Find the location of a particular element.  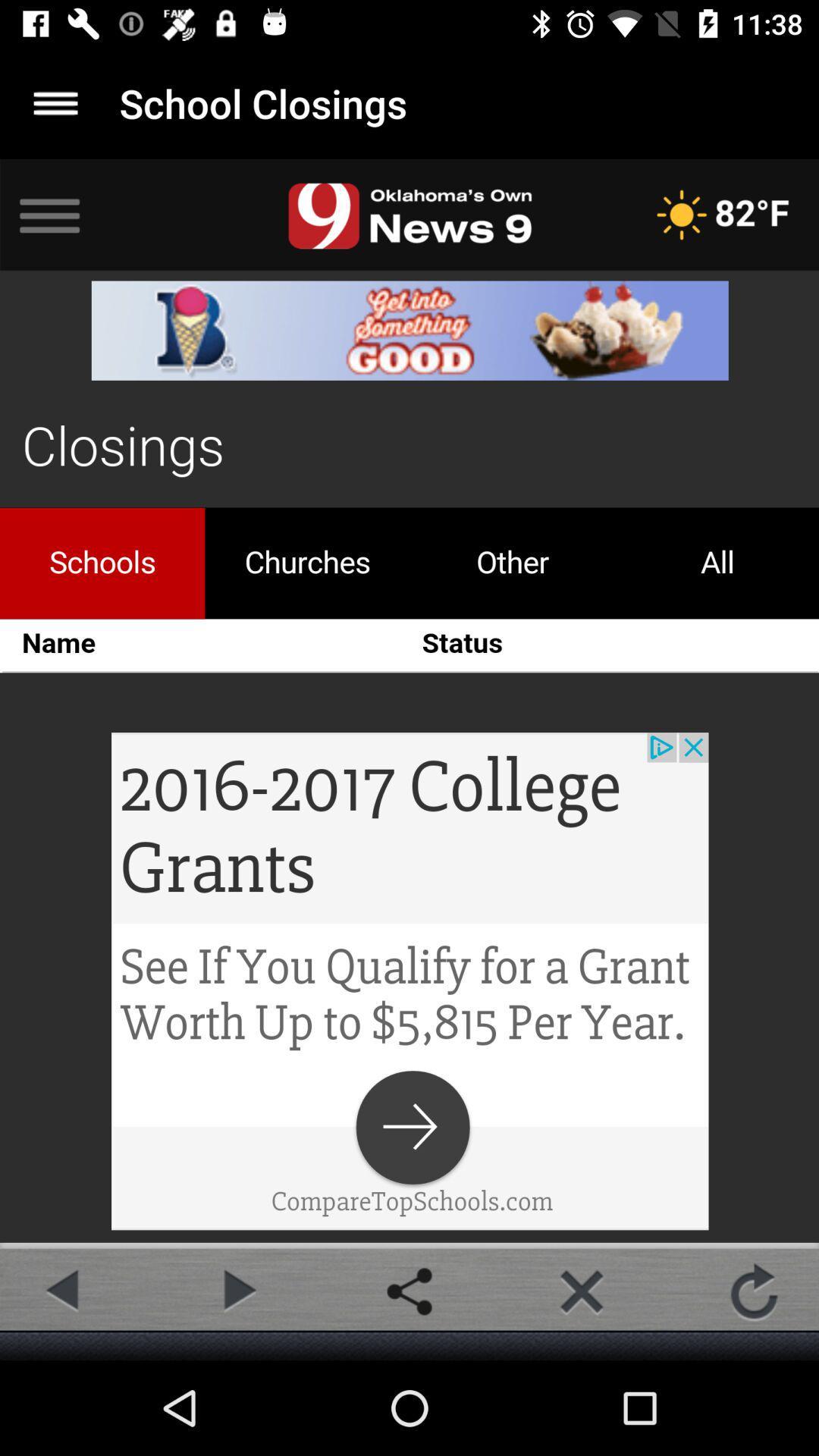

next page is located at coordinates (237, 1291).